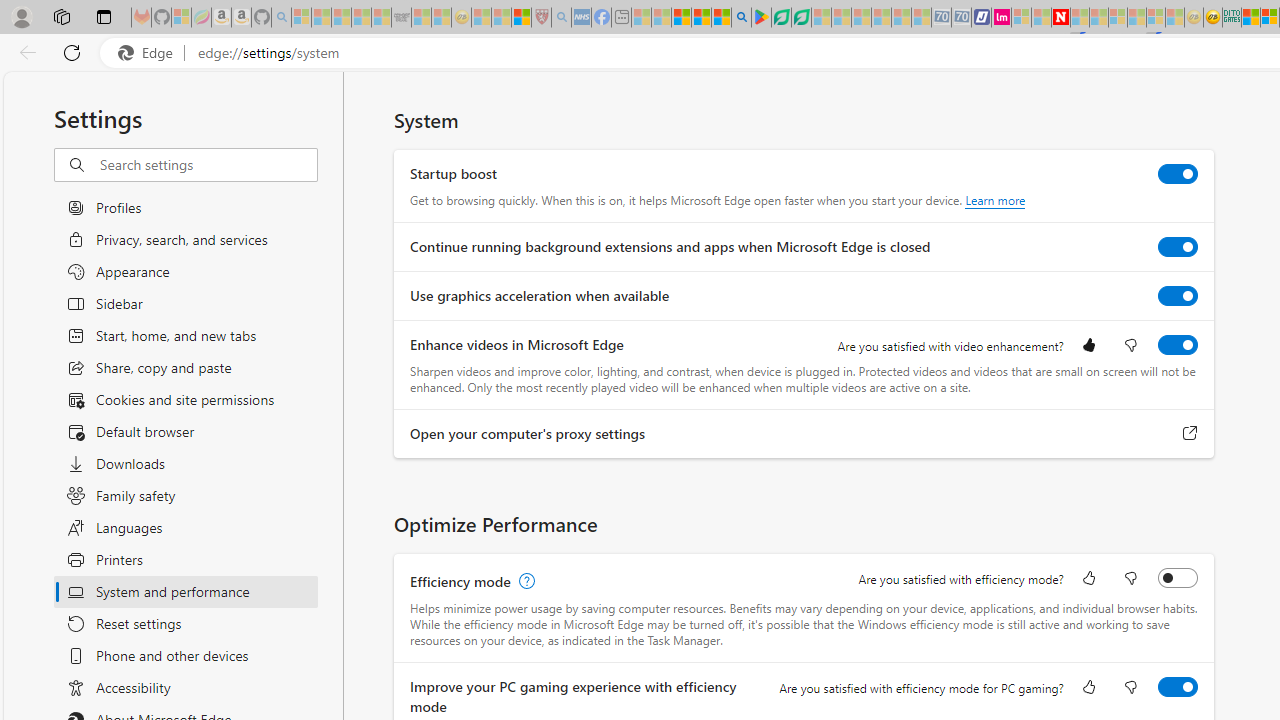 The width and height of the screenshot is (1280, 720). What do you see at coordinates (521, 17) in the screenshot?
I see `'Local - MSN'` at bounding box center [521, 17].